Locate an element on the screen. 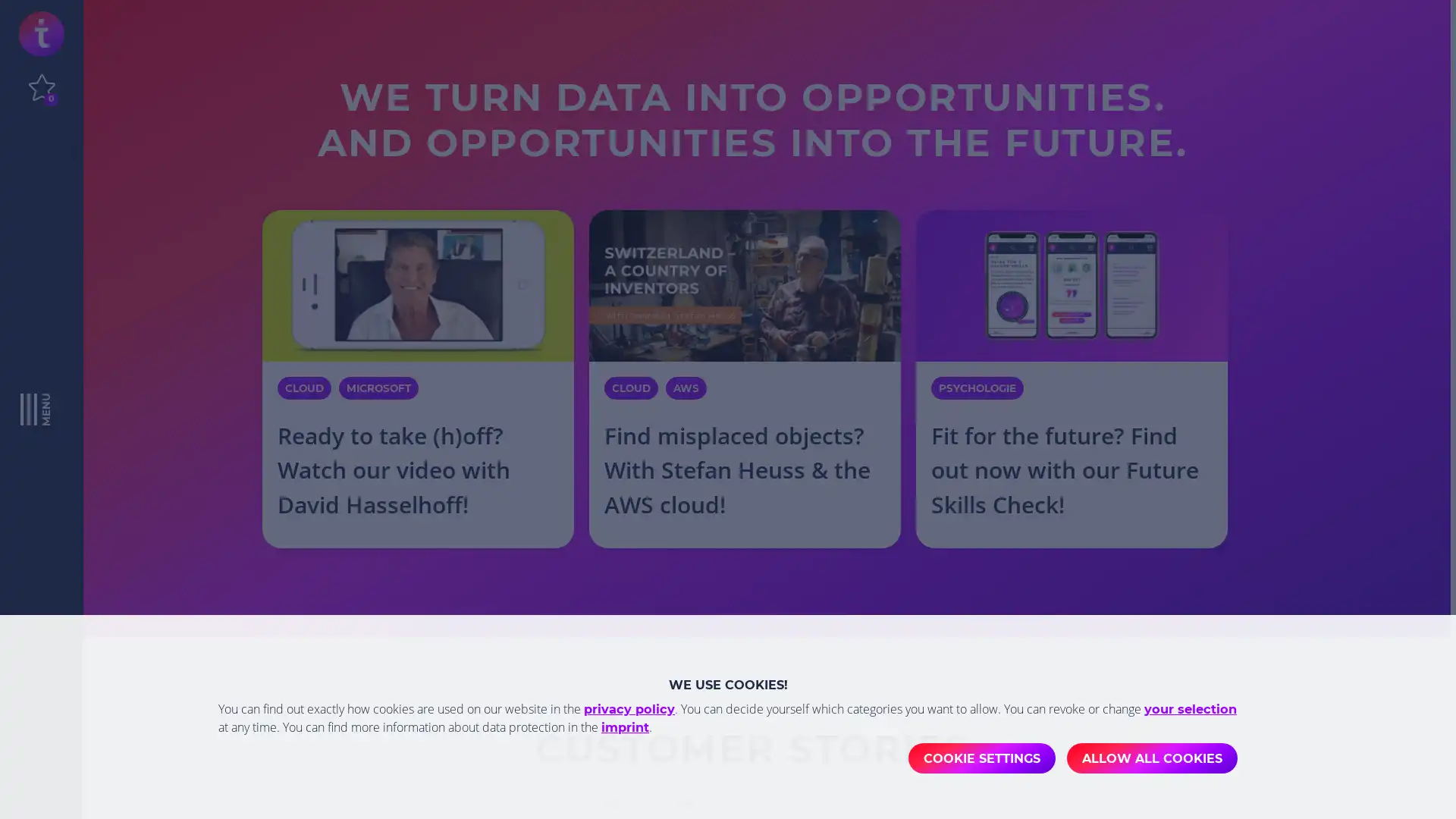 The height and width of the screenshot is (819, 1456). COOKIE SETTINGS is located at coordinates (982, 758).